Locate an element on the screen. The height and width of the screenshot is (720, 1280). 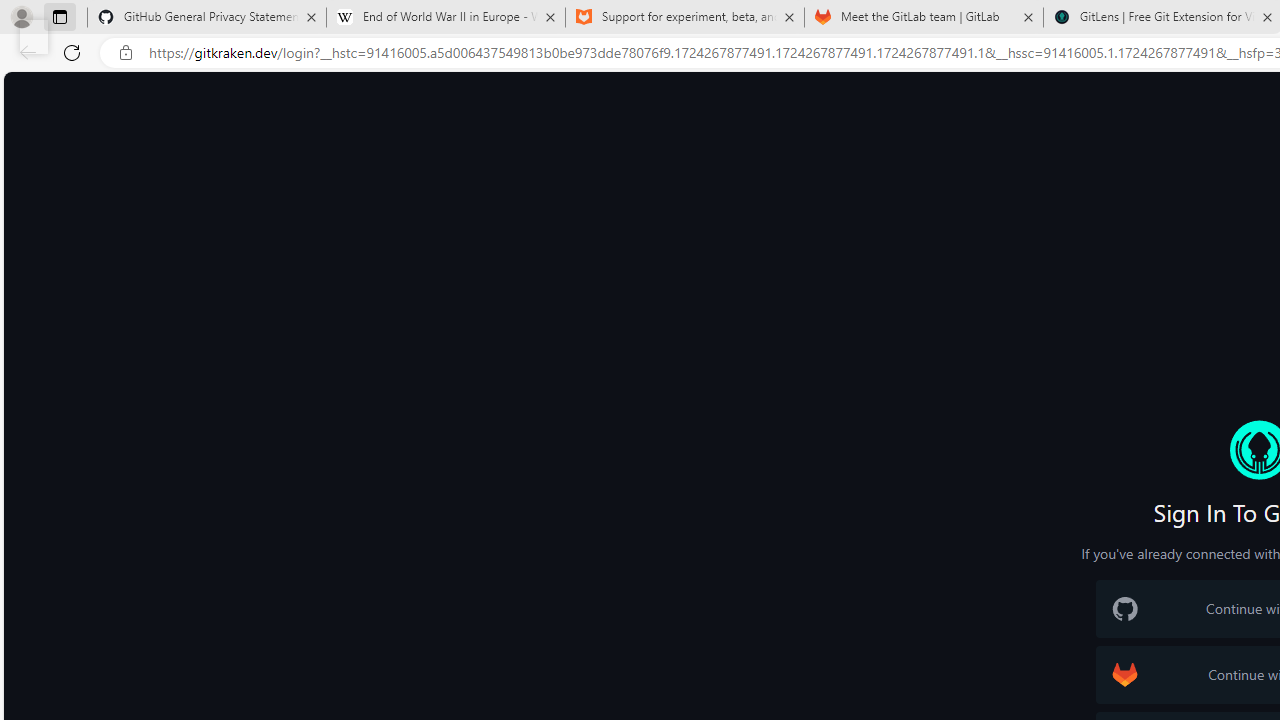
'End of World War II in Europe - Wikipedia' is located at coordinates (444, 17).